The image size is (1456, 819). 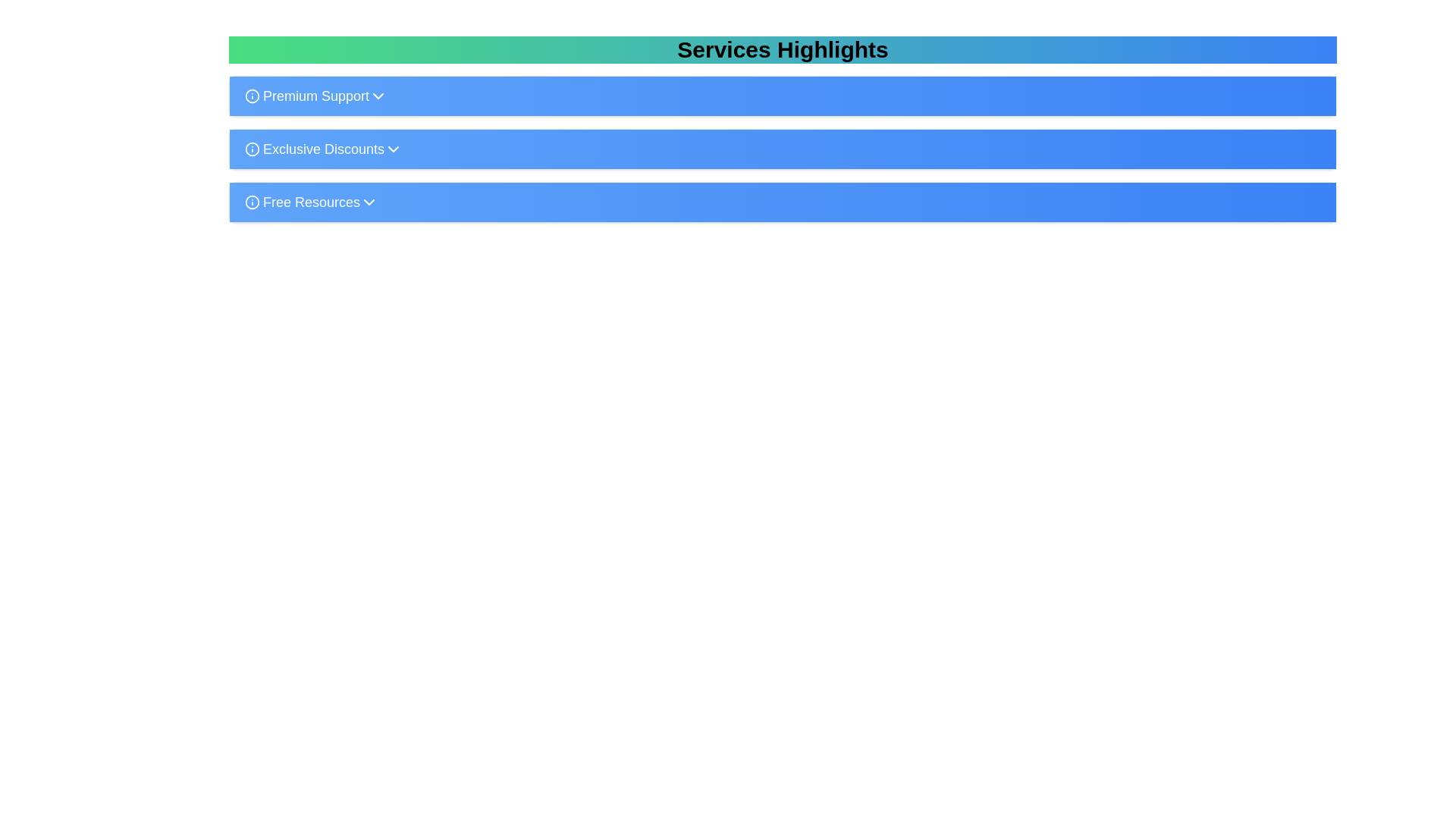 I want to click on the 'Free Resources' text label, which is the third item in the 'Services Highlights' section, so click(x=311, y=201).